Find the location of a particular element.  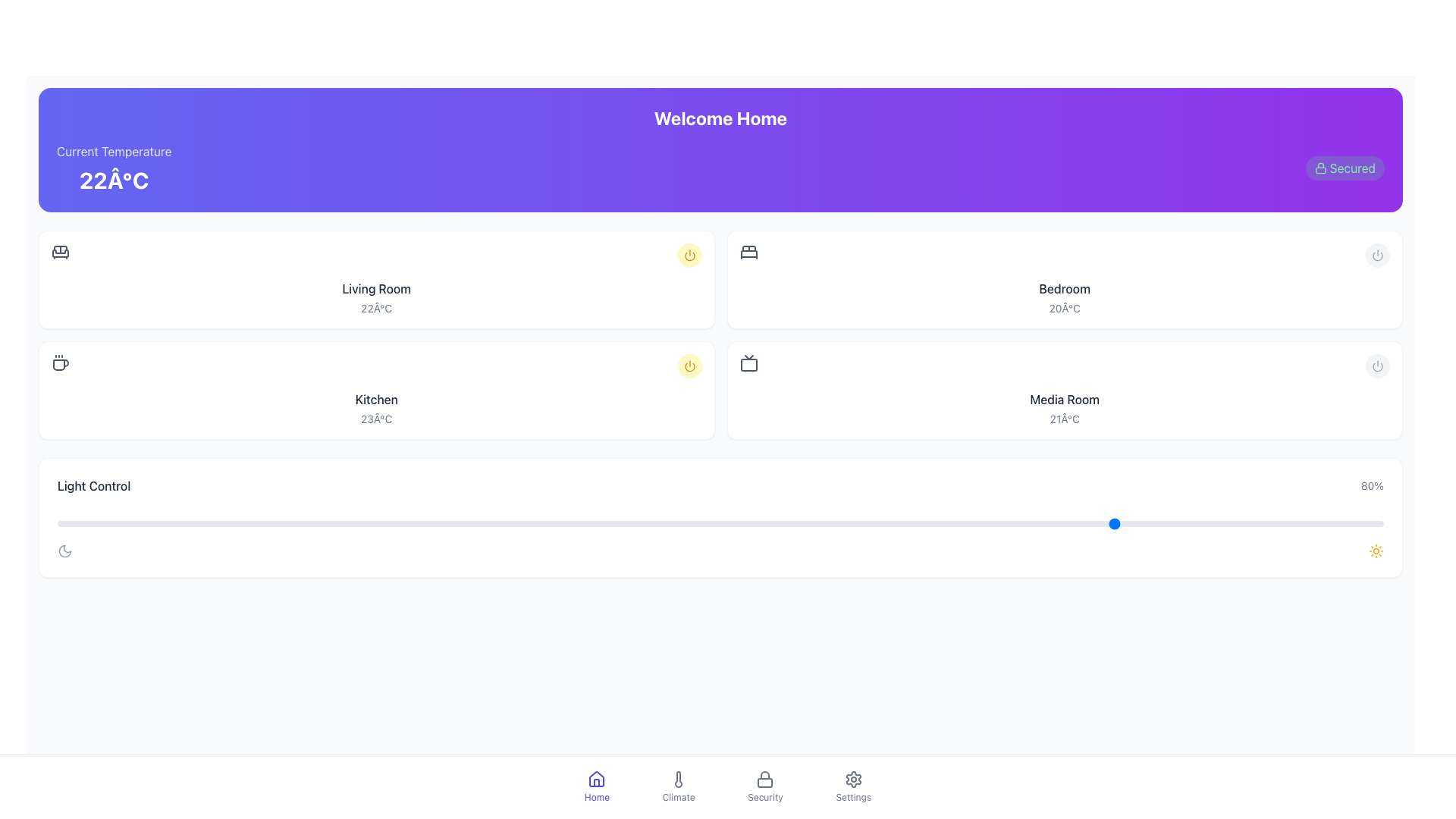

the outer curved stroke of the SVG icon styled as 'lucide-power' located at the top right corner of the 'Living Room' section is located at coordinates (689, 367).